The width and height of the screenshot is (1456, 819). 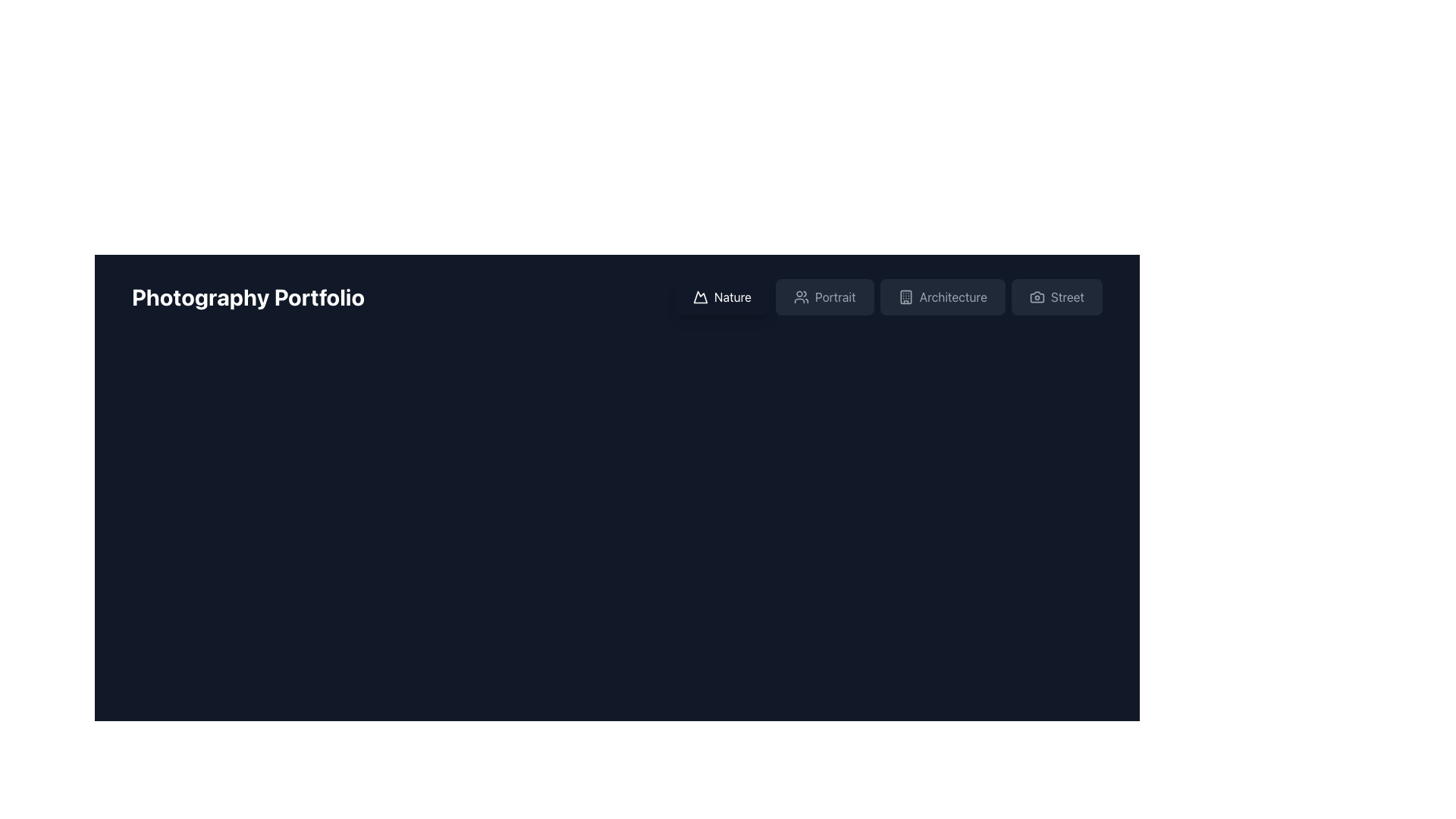 What do you see at coordinates (1066, 297) in the screenshot?
I see `the 'Street' text label in the fourth column of the navigation bar` at bounding box center [1066, 297].